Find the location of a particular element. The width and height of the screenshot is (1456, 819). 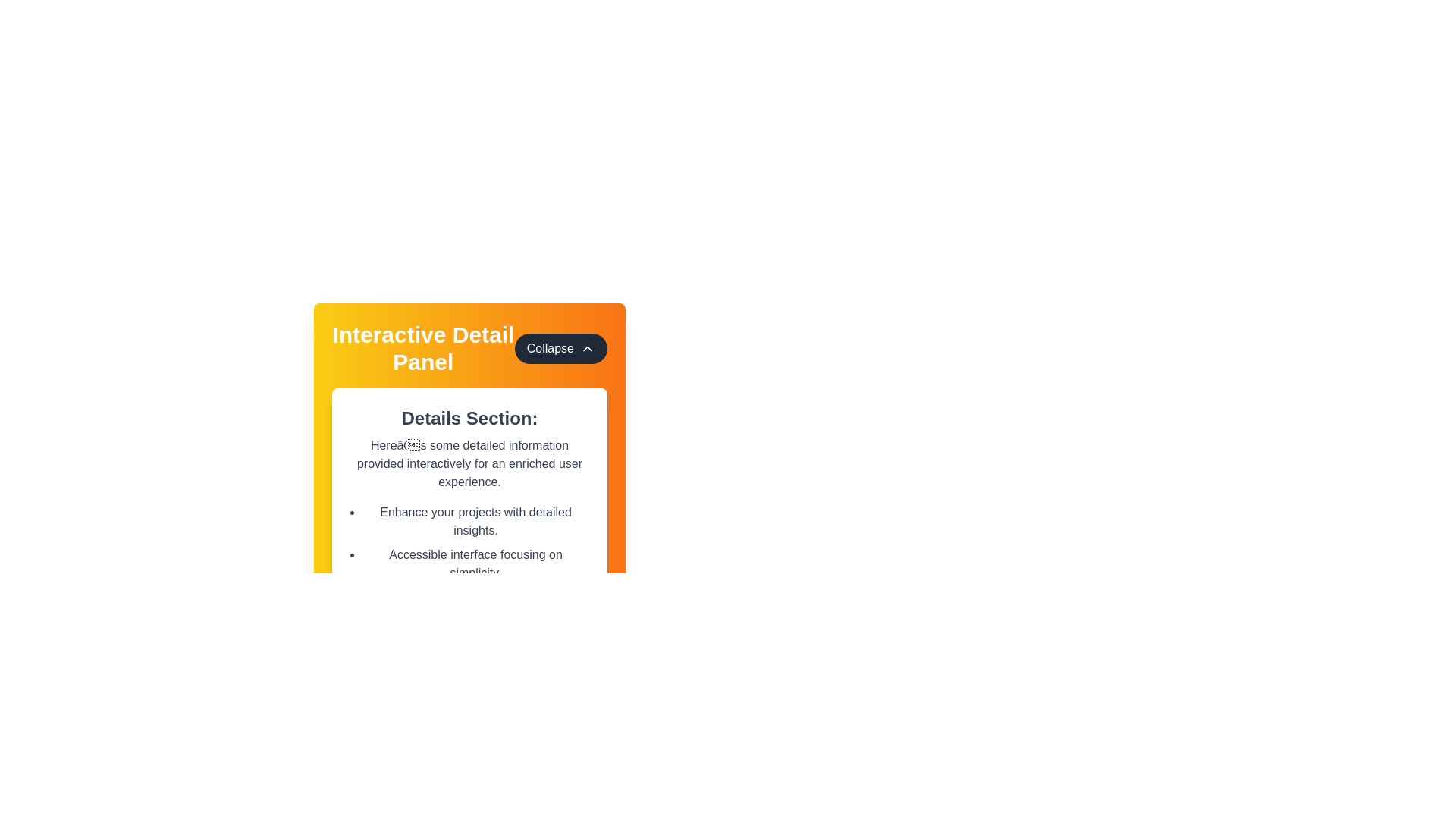

title 'Interactive Detail Panel' from the header section of the composite component, which has a gradient background transitioning from yellow to orange is located at coordinates (469, 348).